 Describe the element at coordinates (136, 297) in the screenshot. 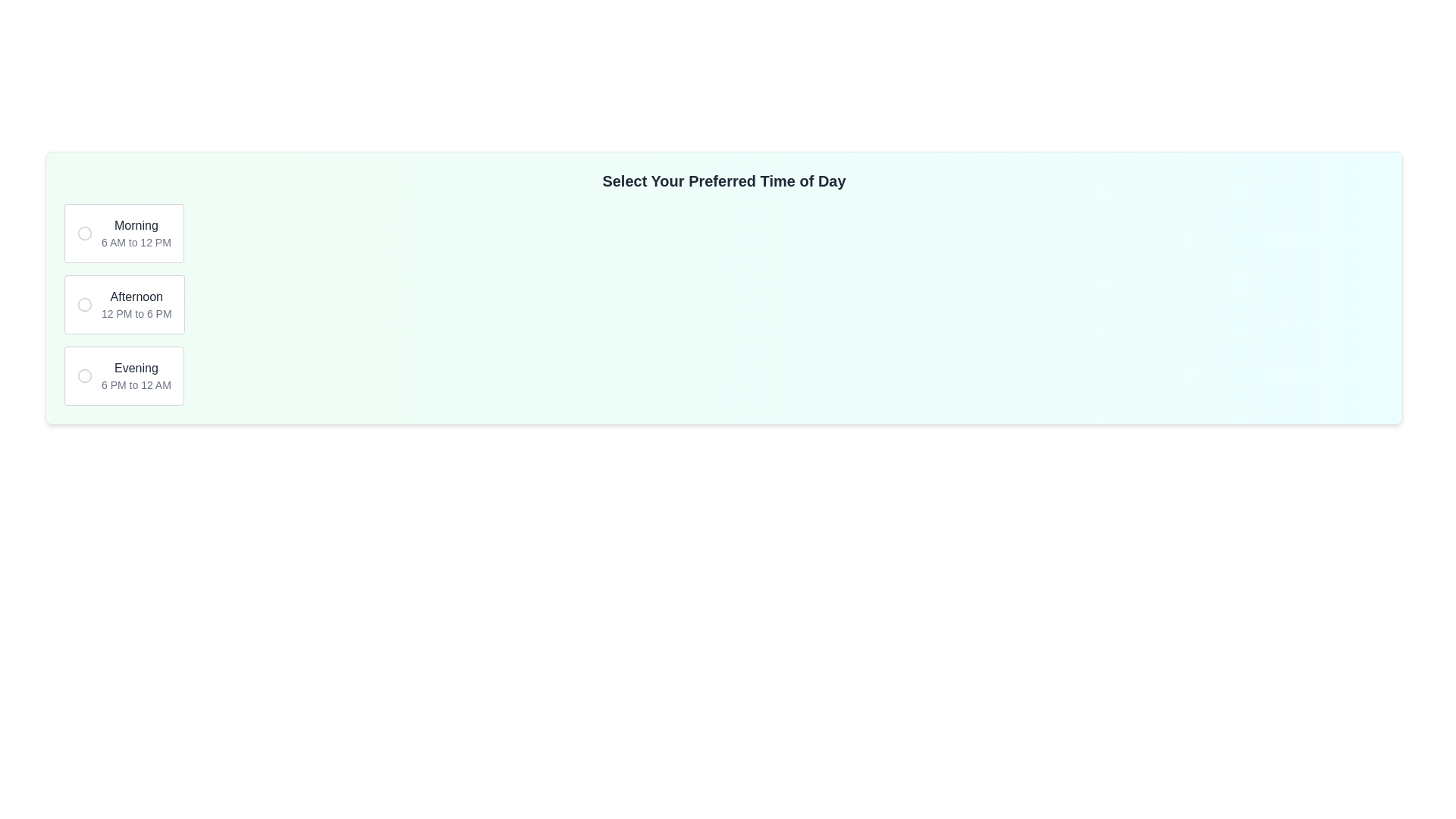

I see `the Static Text Label that serves as a title for the time range, located above '12 PM to 6 PM' in the vertical list of time period options` at that location.